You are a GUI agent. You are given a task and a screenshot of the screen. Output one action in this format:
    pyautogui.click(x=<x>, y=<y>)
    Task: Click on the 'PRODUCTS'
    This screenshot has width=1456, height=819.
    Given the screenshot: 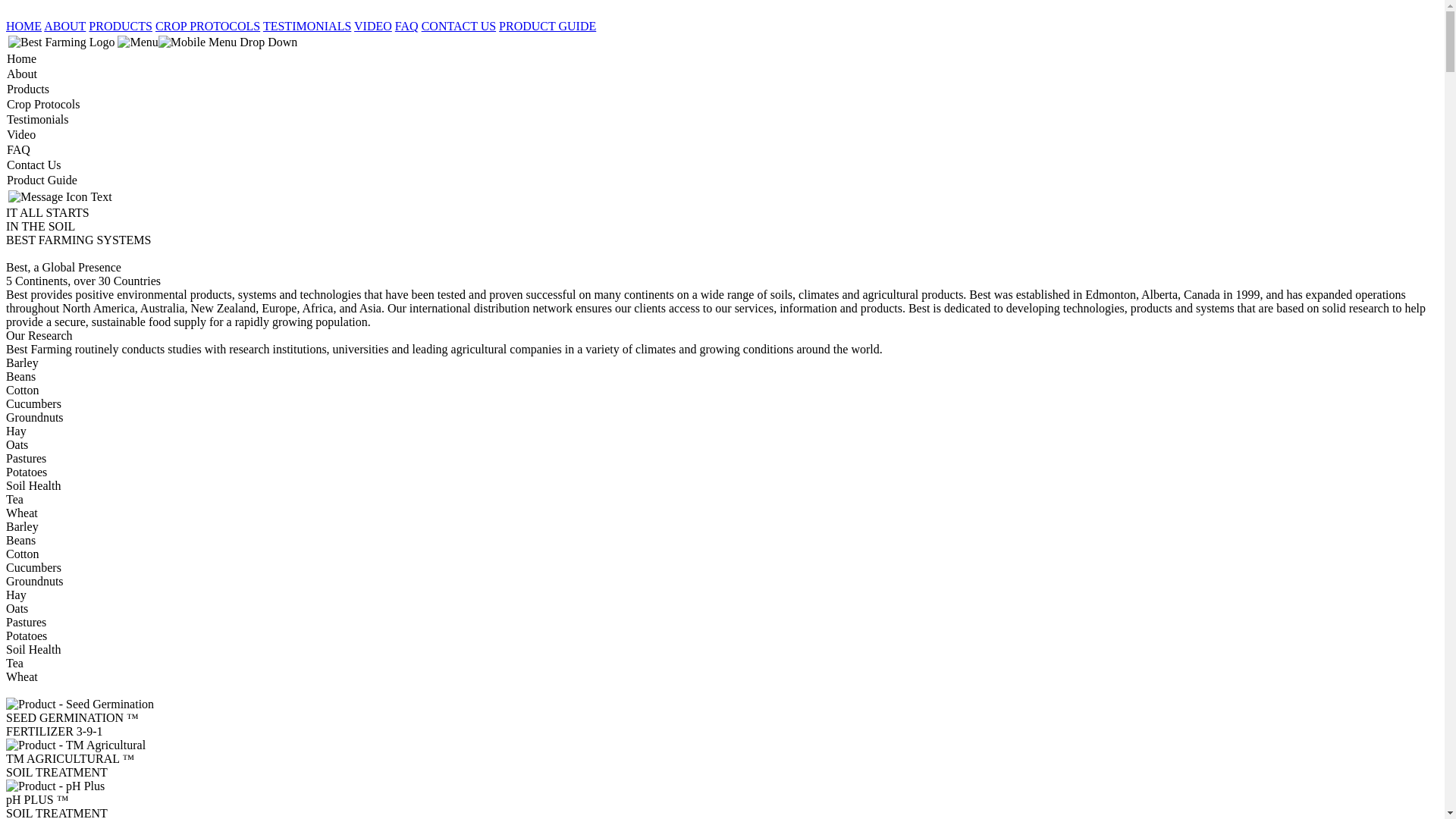 What is the action you would take?
    pyautogui.click(x=119, y=26)
    